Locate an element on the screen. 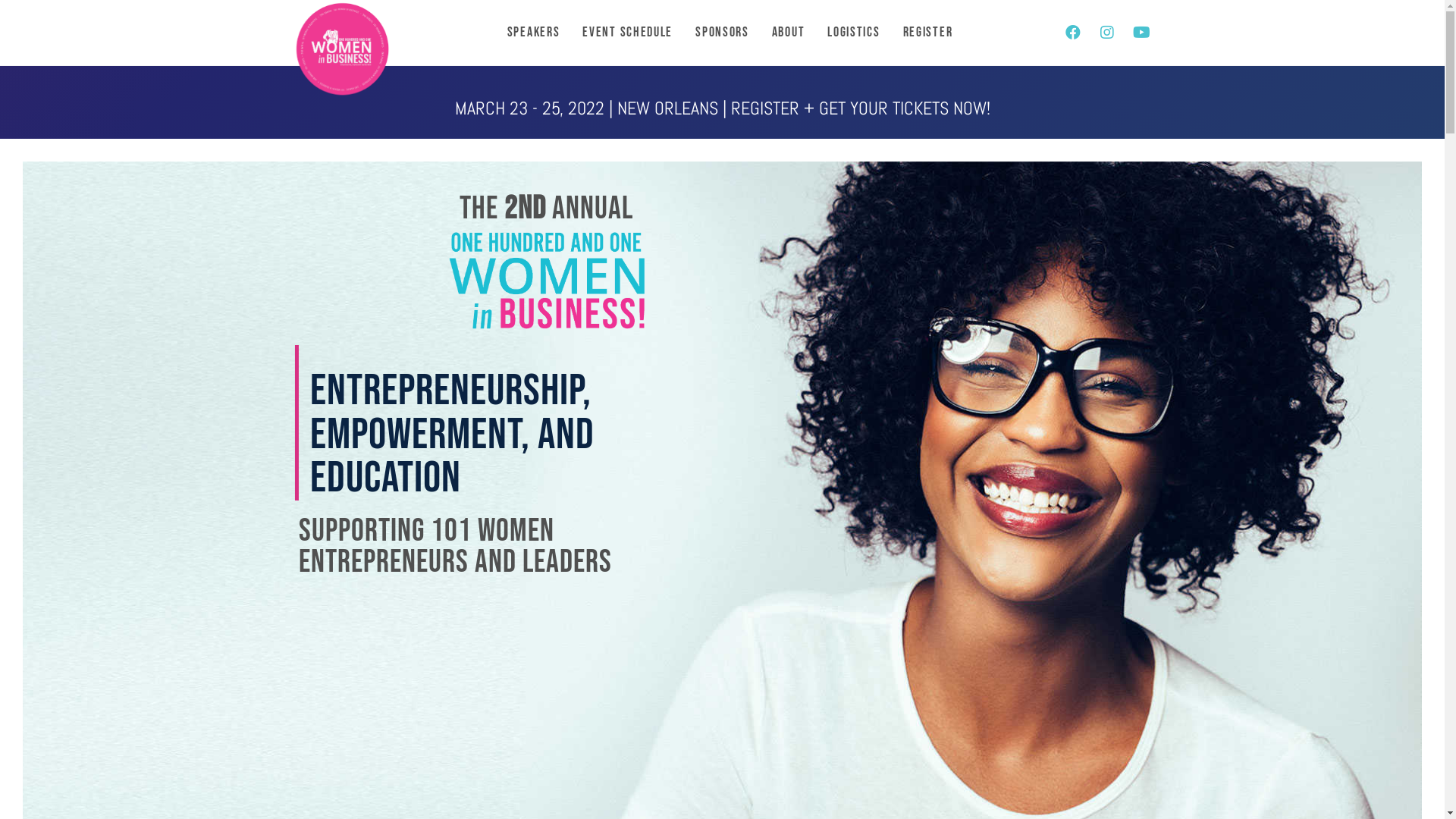 The width and height of the screenshot is (1456, 819). 'About' is located at coordinates (789, 32).